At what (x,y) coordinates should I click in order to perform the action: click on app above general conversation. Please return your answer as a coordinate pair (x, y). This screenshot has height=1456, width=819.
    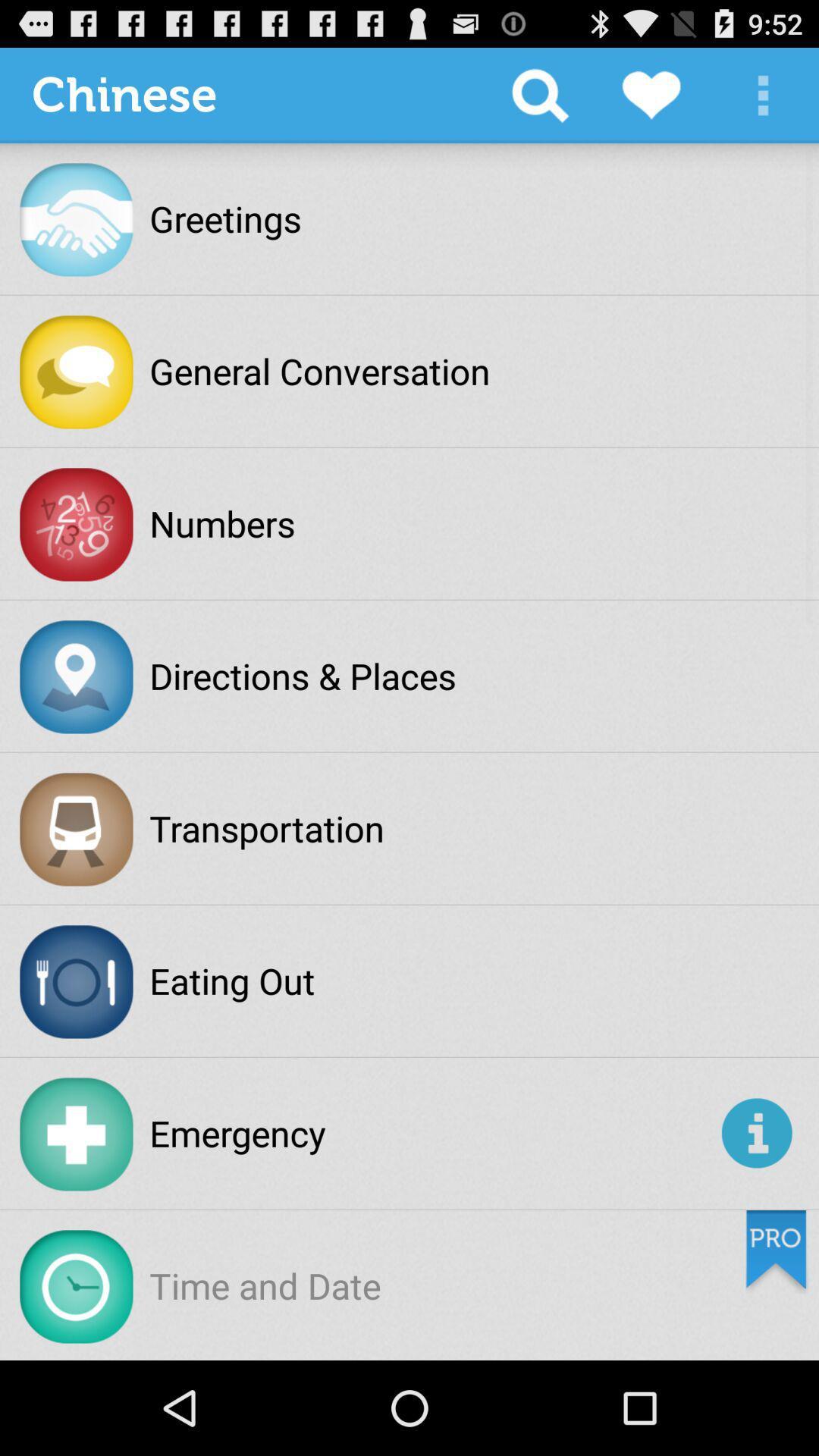
    Looking at the image, I should click on (539, 94).